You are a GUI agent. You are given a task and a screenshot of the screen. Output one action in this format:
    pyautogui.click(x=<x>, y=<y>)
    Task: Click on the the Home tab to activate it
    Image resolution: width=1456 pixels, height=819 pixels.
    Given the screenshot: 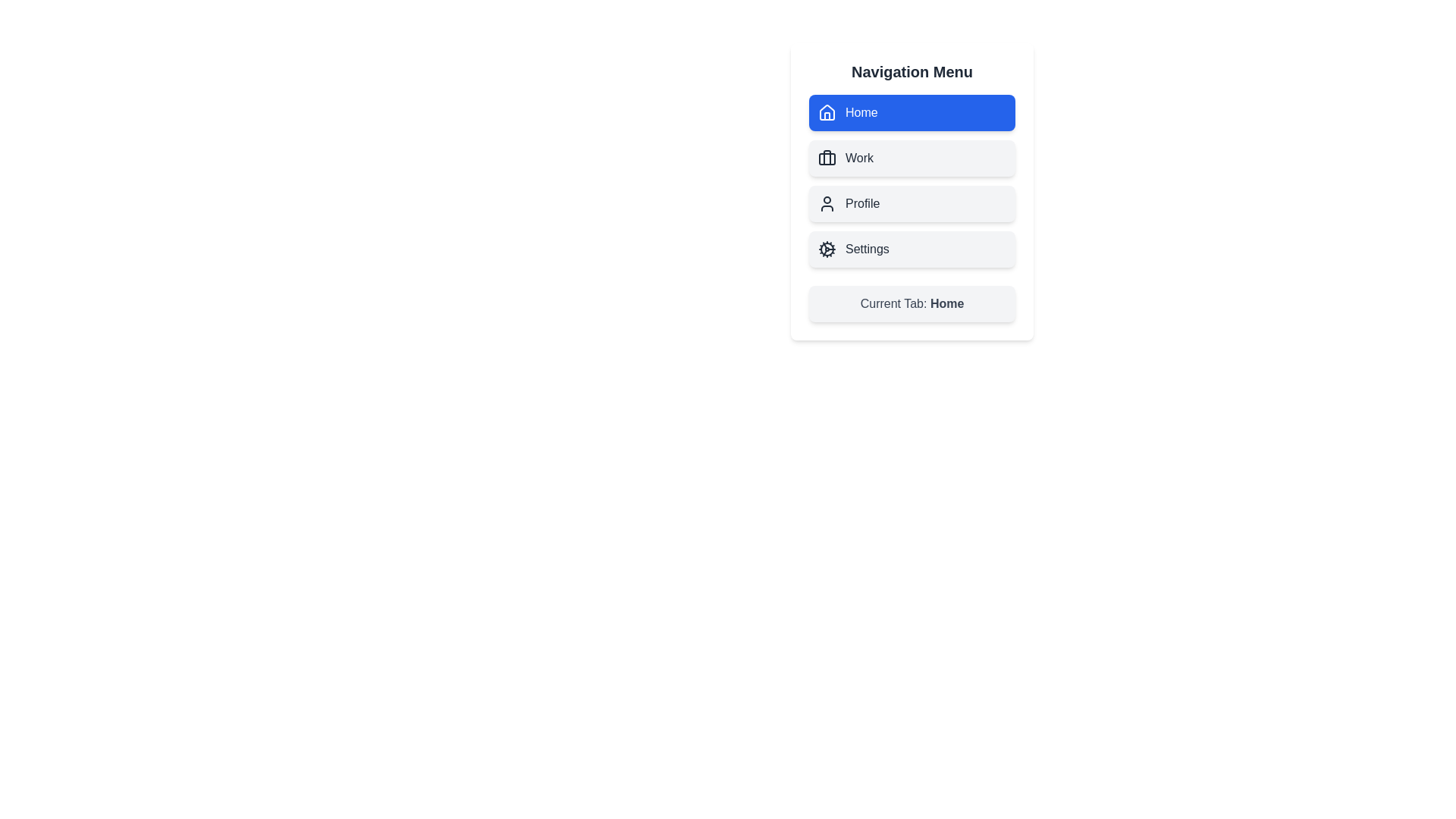 What is the action you would take?
    pyautogui.click(x=912, y=112)
    